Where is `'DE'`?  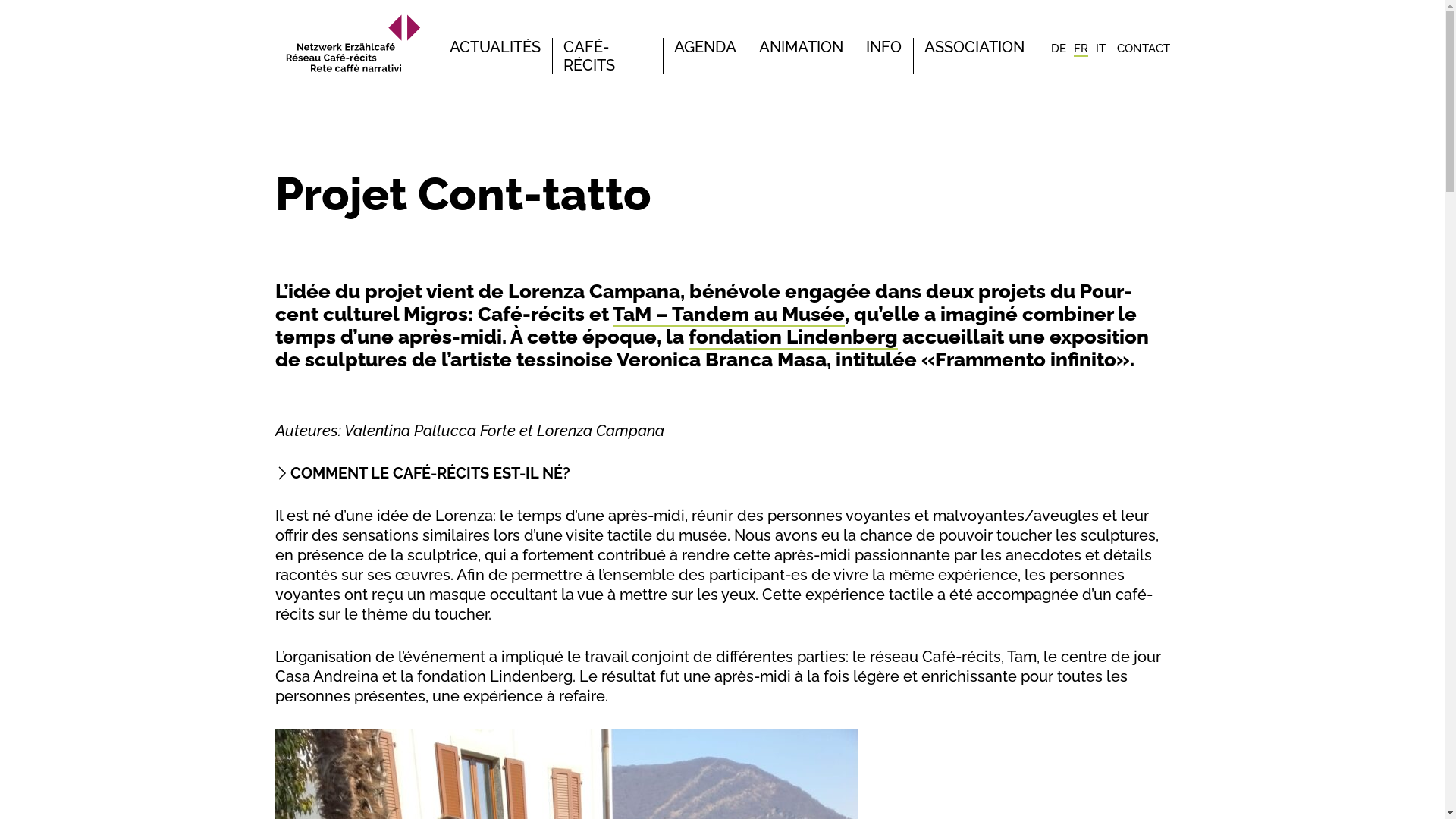
'DE' is located at coordinates (1058, 48).